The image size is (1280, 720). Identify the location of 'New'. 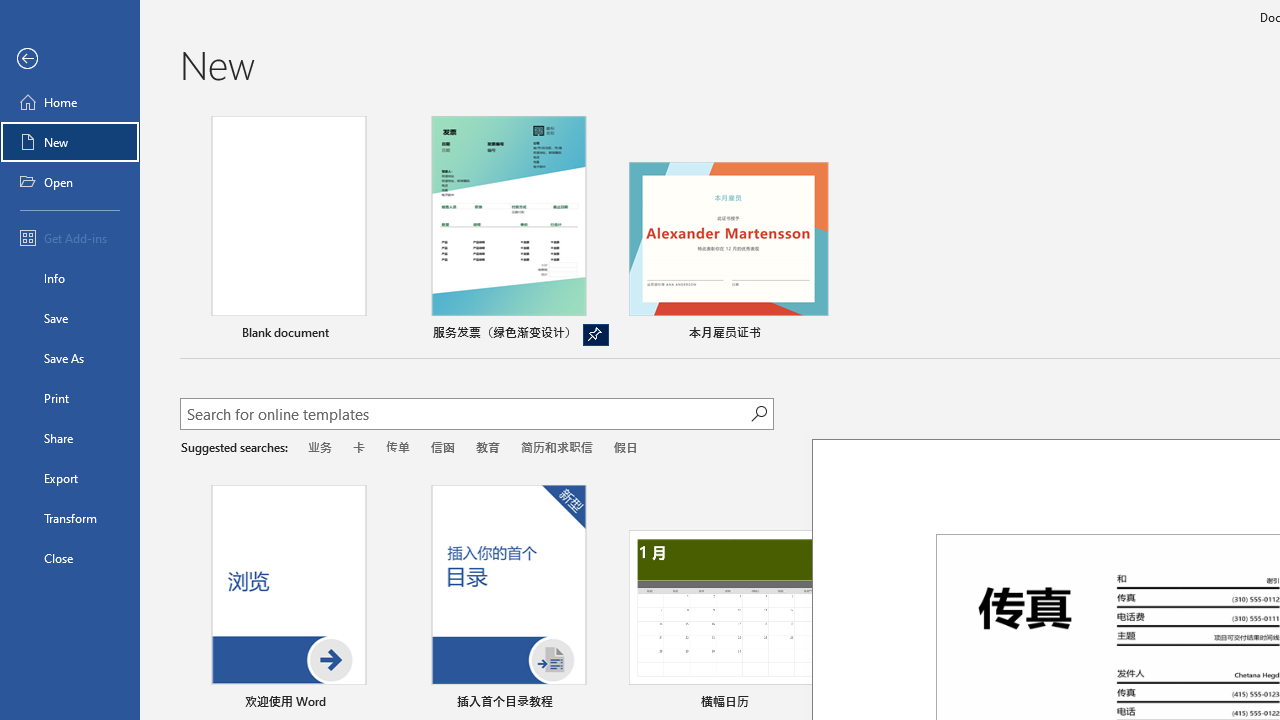
(69, 140).